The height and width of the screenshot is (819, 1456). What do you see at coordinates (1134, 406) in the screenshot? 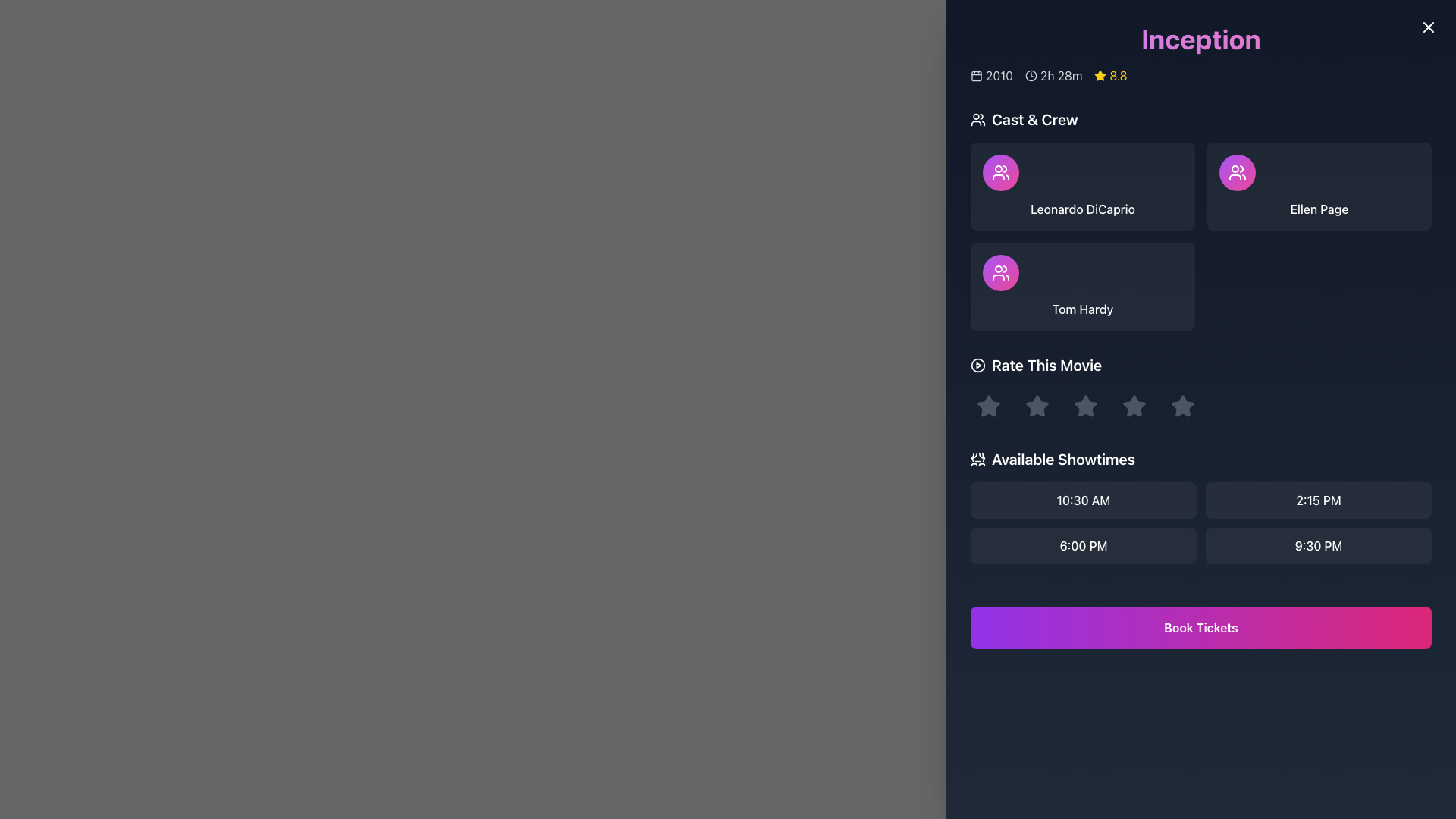
I see `the fourth star-shaped icon (dark gray fill) in the rating system below the text 'Rate This Movie' to change its appearance` at bounding box center [1134, 406].